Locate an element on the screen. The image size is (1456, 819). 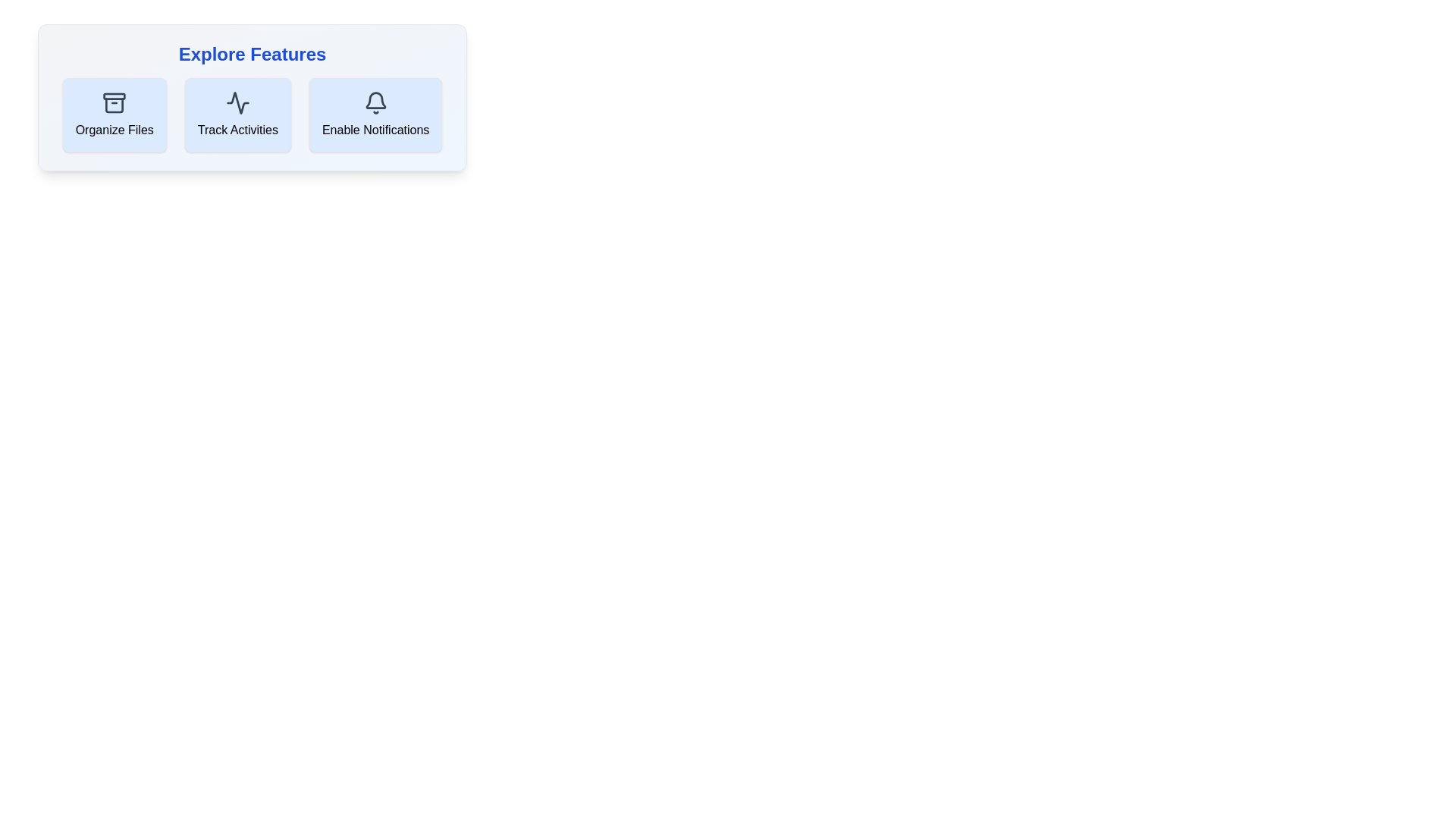
the 'Organize Files' interactive button with a light blue background, which is the first button in the 'Explore Features' section is located at coordinates (114, 114).